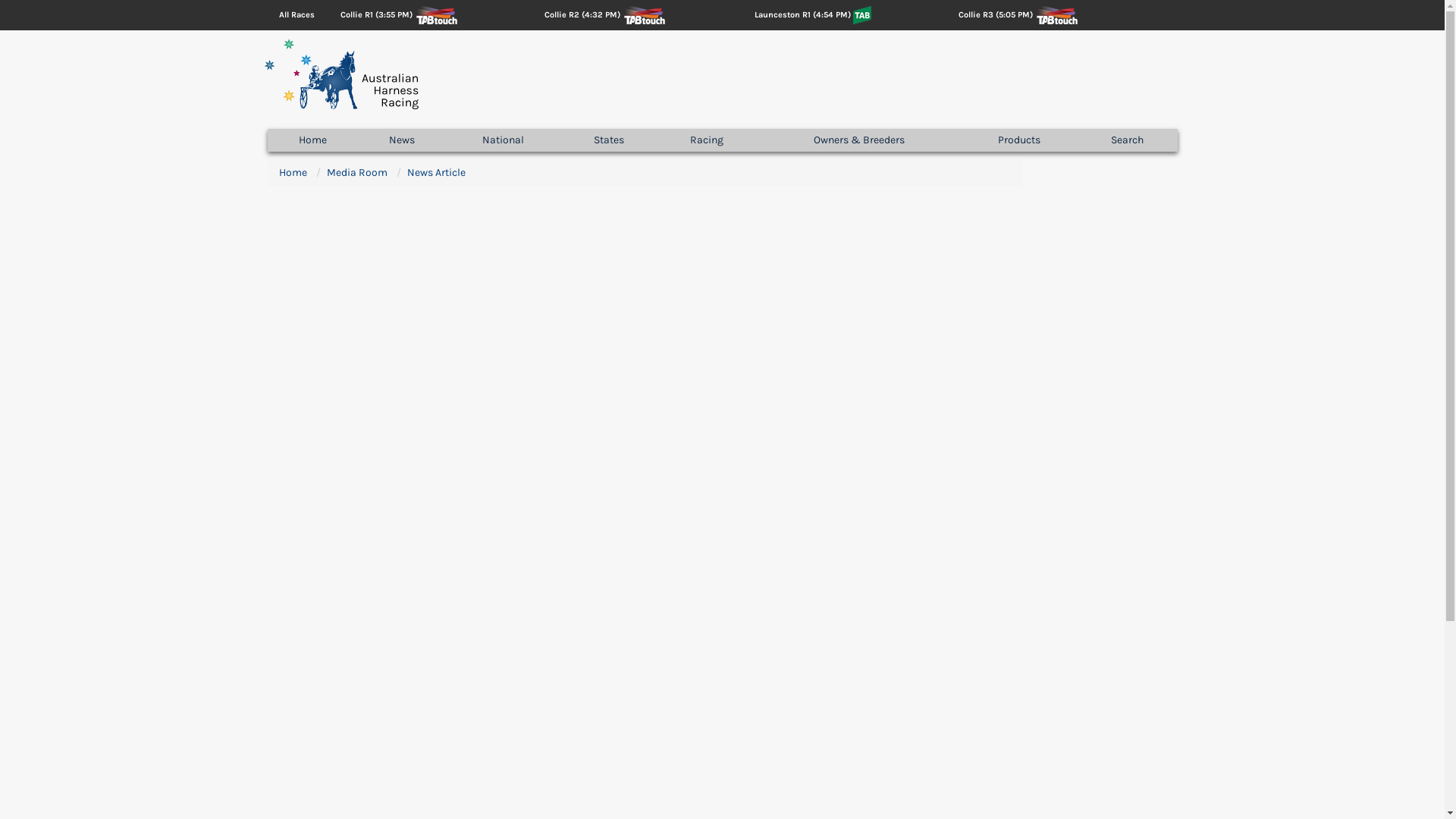 The height and width of the screenshot is (819, 1456). I want to click on 'News', so click(358, 140).